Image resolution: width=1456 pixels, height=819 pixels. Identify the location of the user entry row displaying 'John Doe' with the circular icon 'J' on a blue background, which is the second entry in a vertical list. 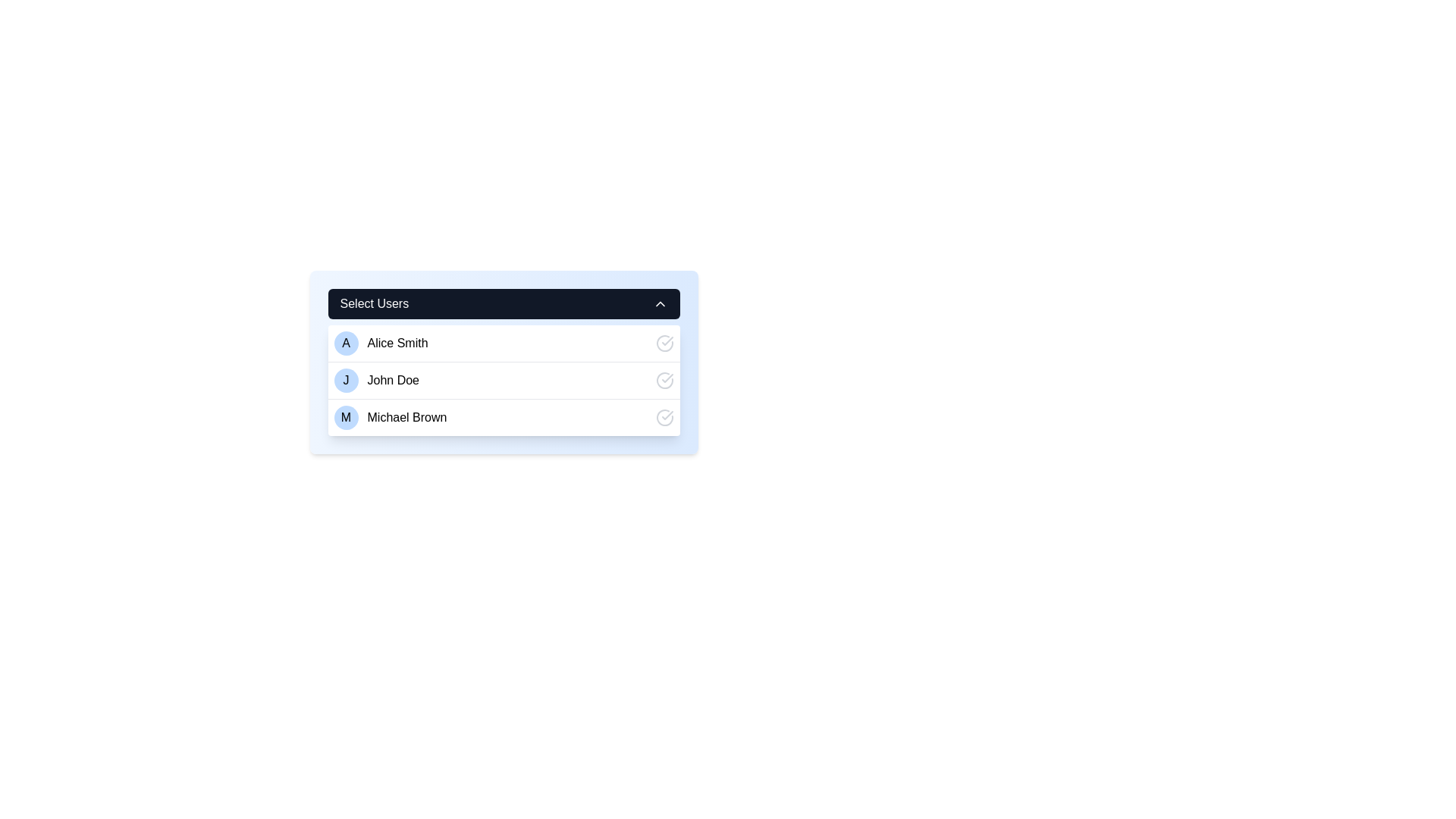
(376, 379).